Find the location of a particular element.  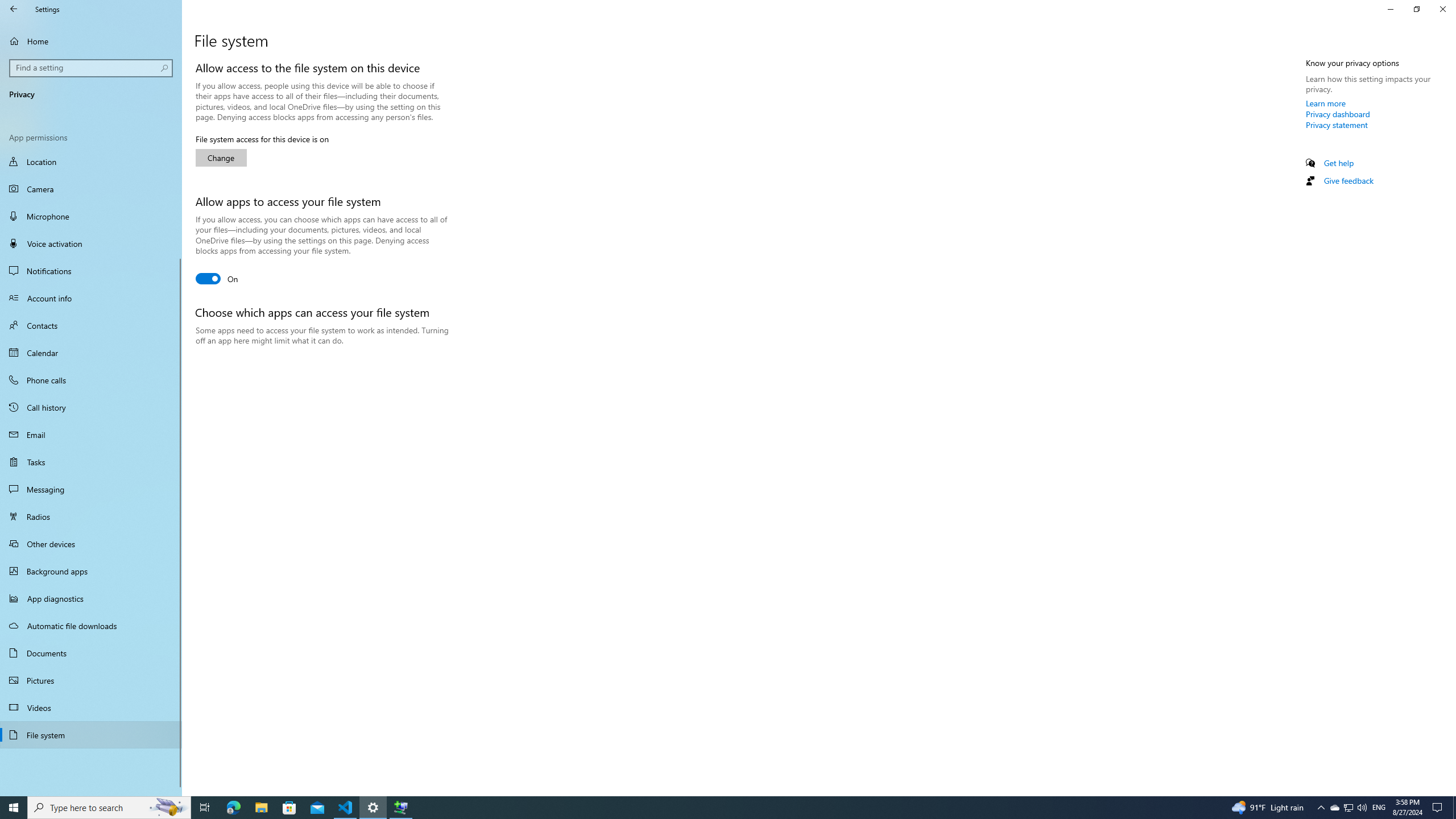

'Location' is located at coordinates (90, 162).